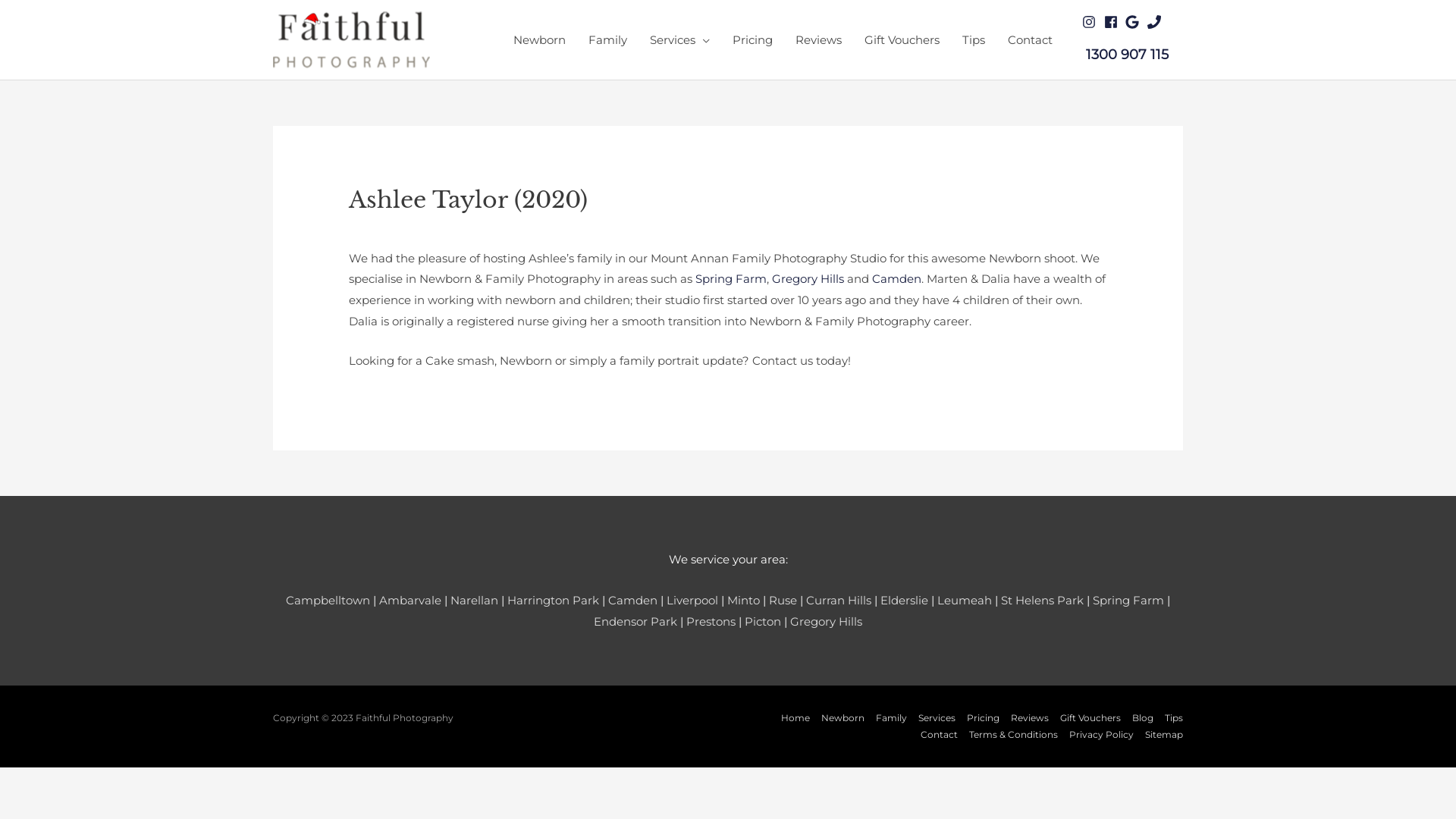  I want to click on 'Harrington Park', so click(552, 599).